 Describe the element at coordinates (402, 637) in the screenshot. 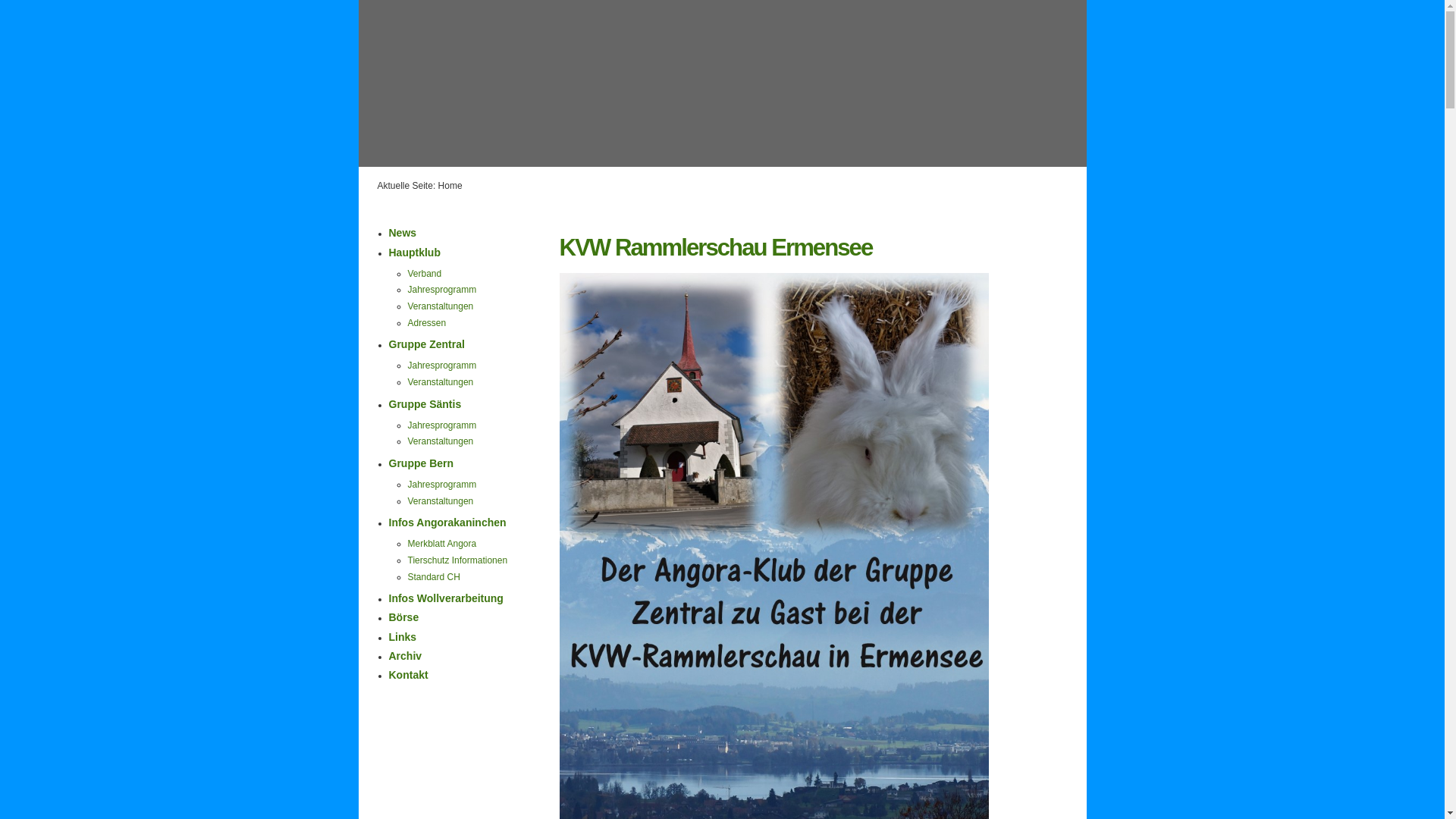

I see `'Links'` at that location.